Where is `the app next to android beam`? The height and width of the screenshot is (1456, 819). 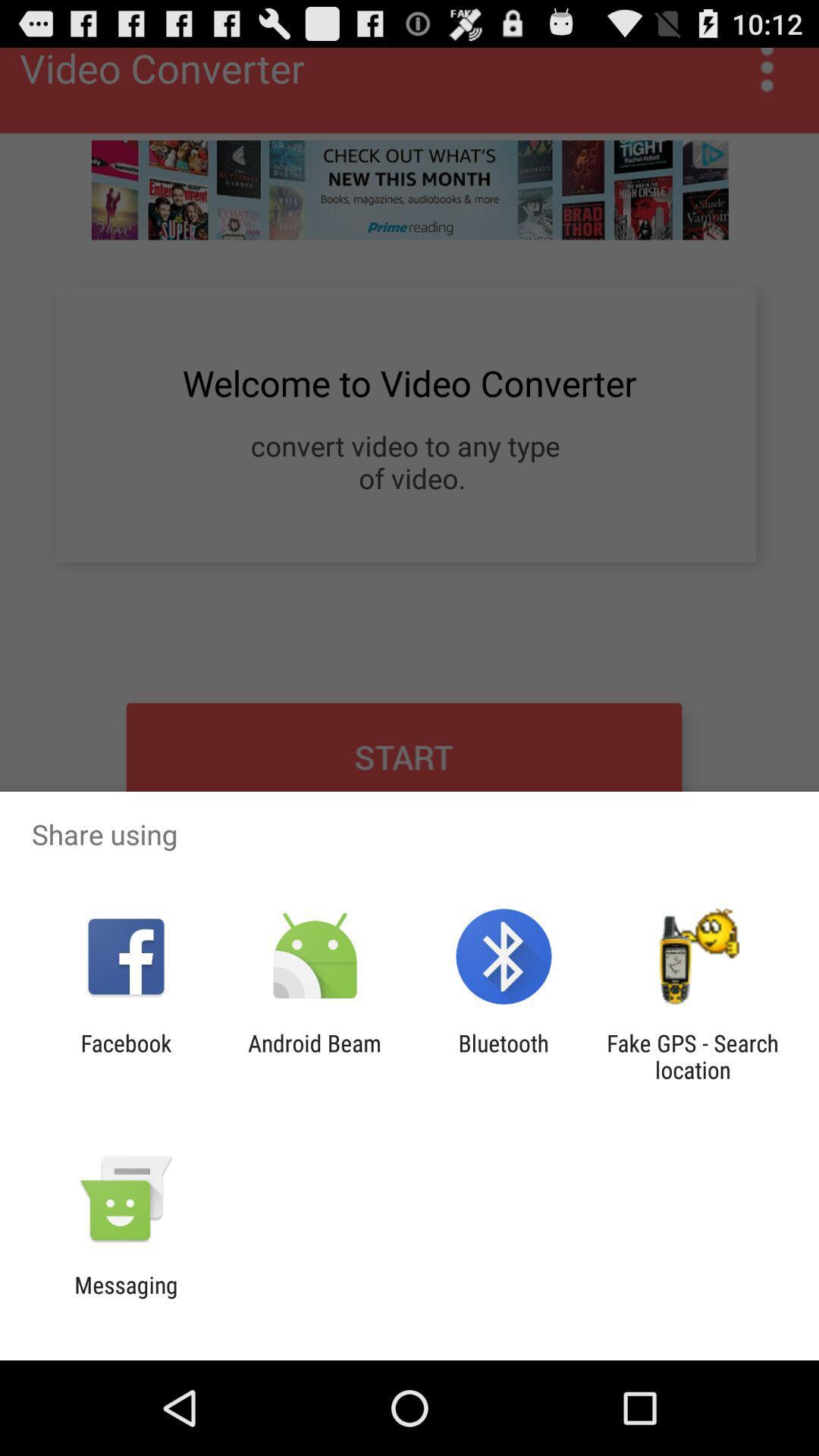
the app next to android beam is located at coordinates (125, 1056).